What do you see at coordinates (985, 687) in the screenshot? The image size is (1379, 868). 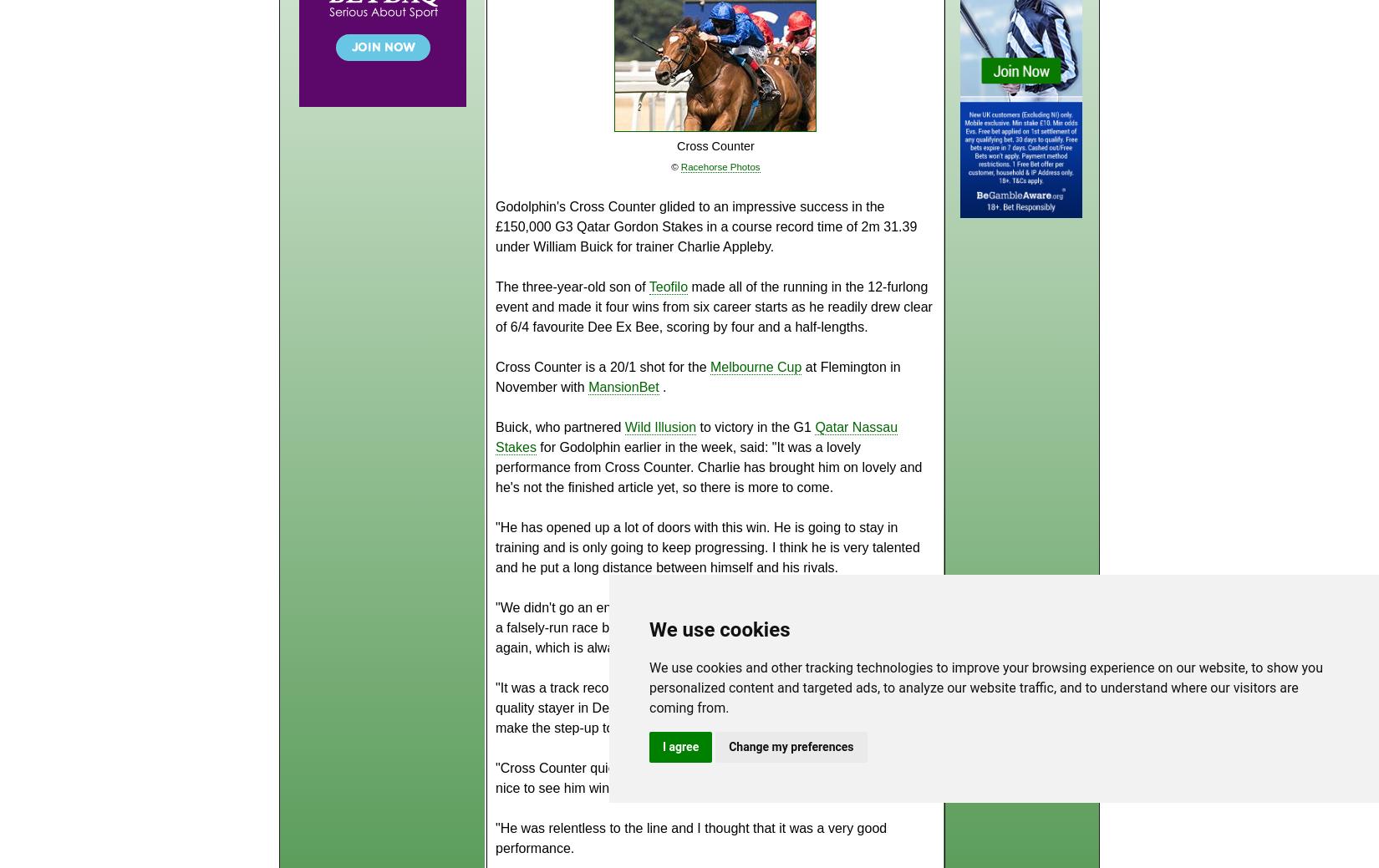 I see `'We use cookies and other tracking technologies to improve your browsing experience on our website, to show you personalized content and targeted ads, to analyze our website traffic, and to understand where our visitors are coming from.'` at bounding box center [985, 687].